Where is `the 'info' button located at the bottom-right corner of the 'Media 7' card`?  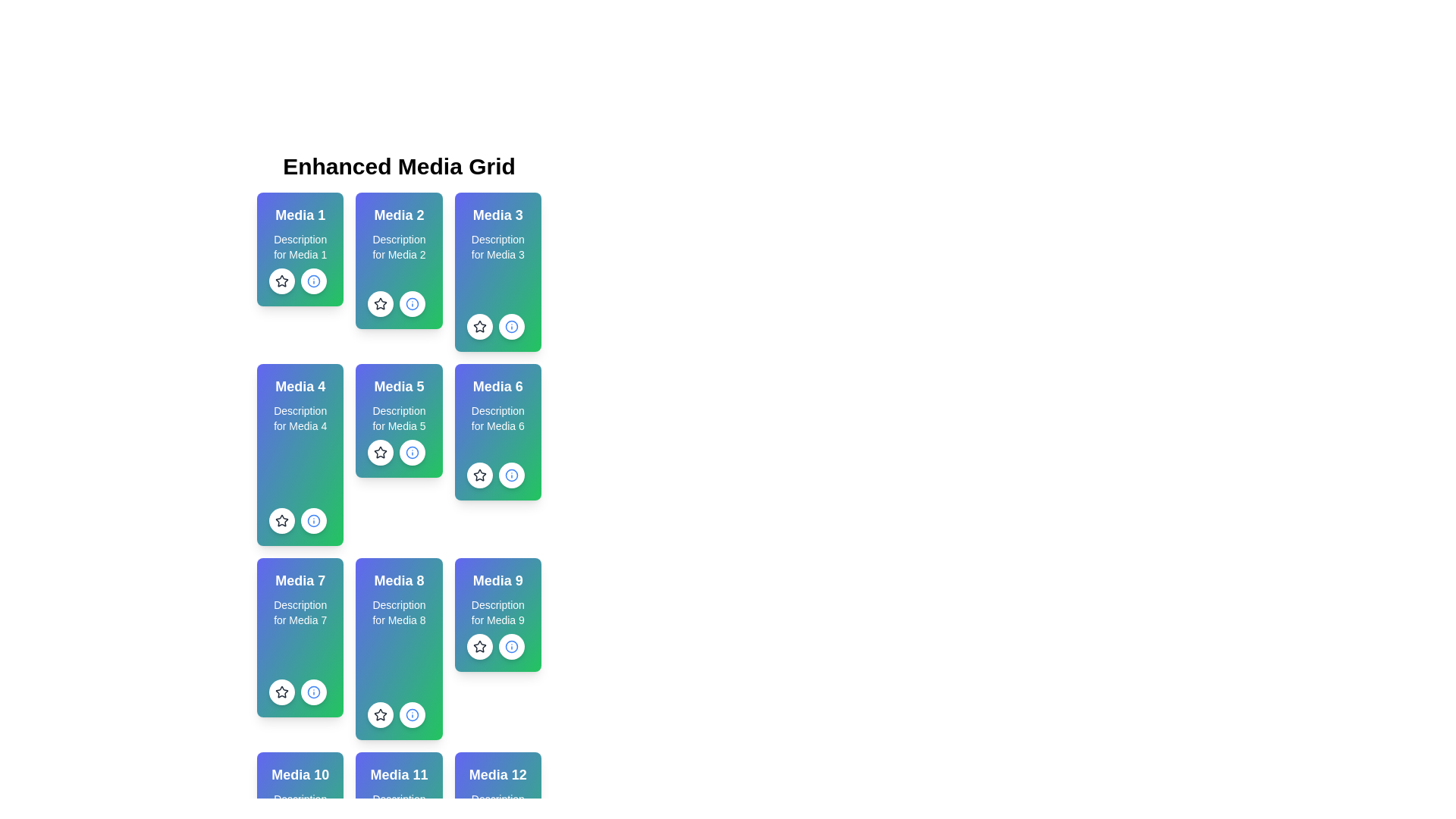 the 'info' button located at the bottom-right corner of the 'Media 7' card is located at coordinates (312, 692).